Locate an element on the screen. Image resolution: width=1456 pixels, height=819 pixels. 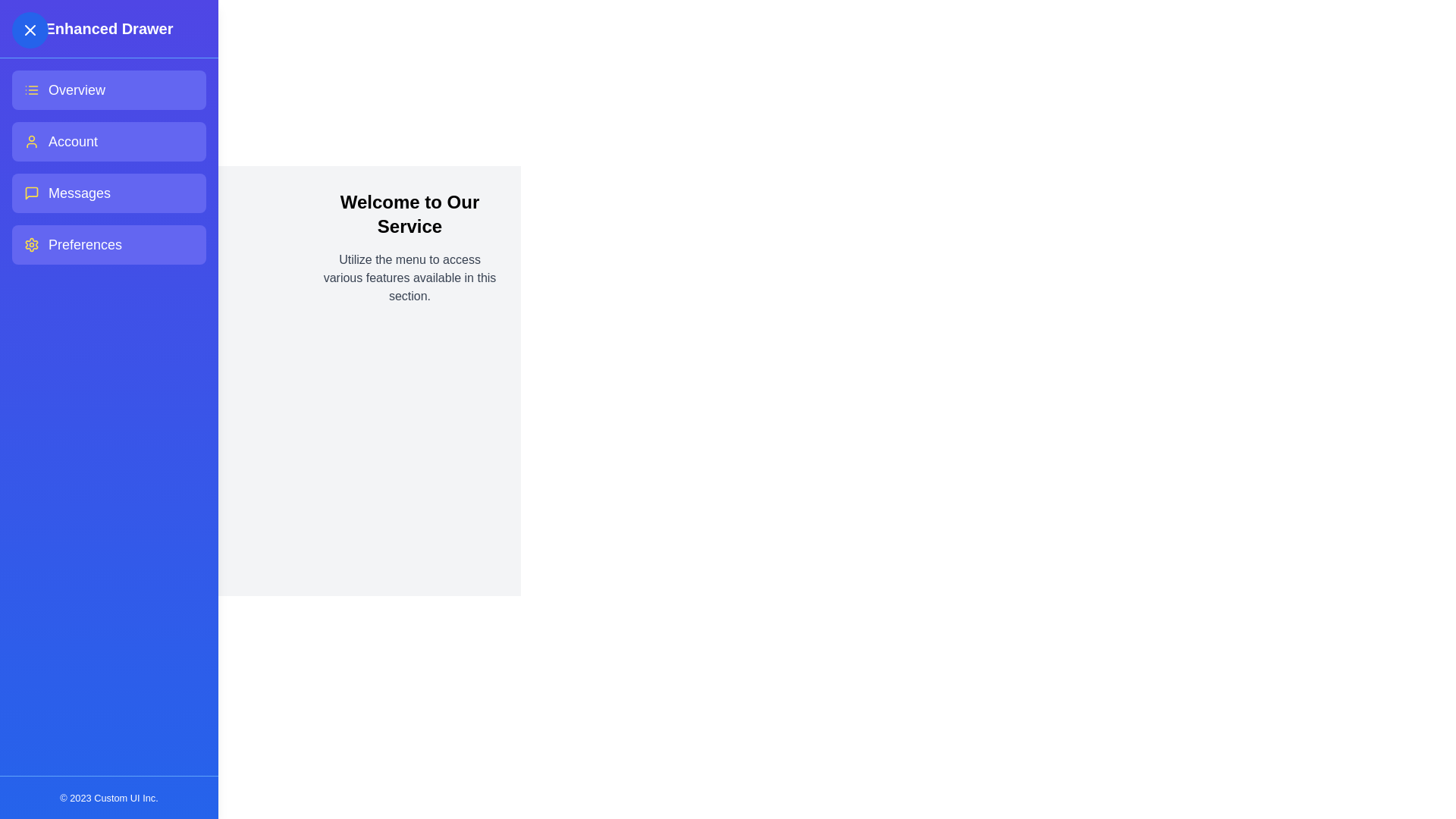
the visual indicator icon for the 'Preferences' option located in the sidebar navigation panel to associate it with the 'Preferences' feature is located at coordinates (32, 244).